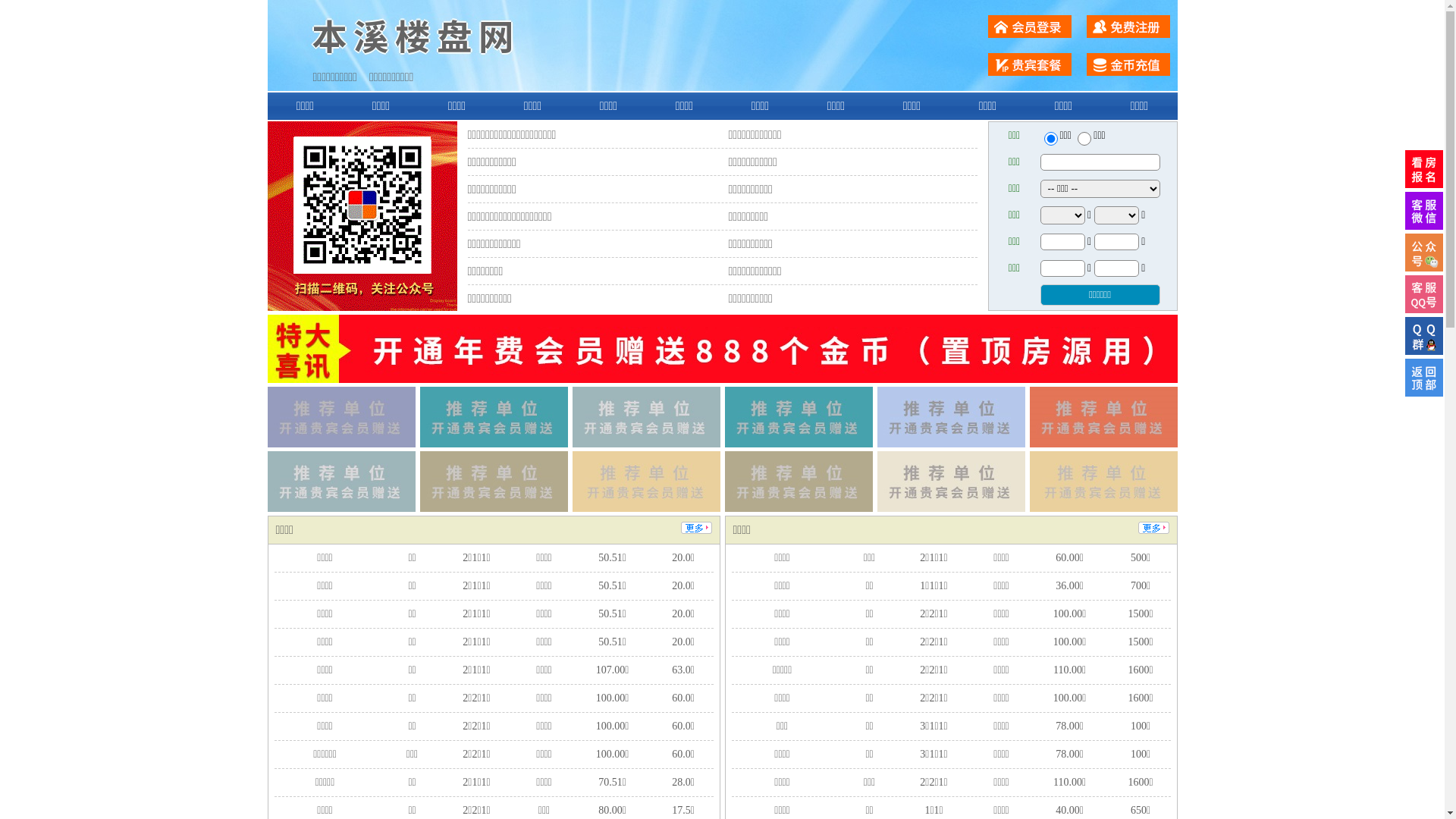  Describe the element at coordinates (1084, 138) in the screenshot. I see `'chuzu'` at that location.